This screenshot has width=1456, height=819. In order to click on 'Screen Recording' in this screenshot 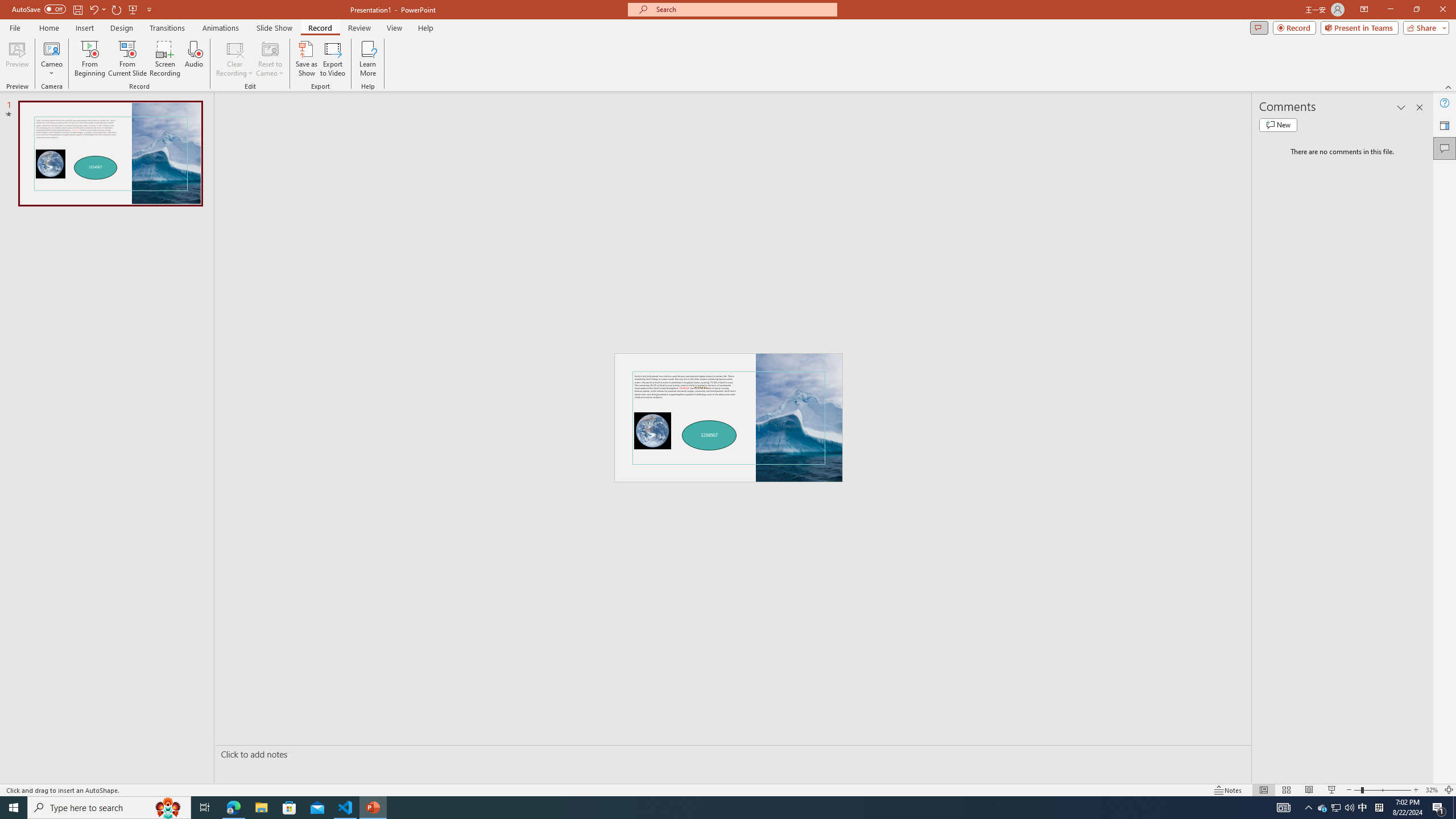, I will do `click(164, 59)`.